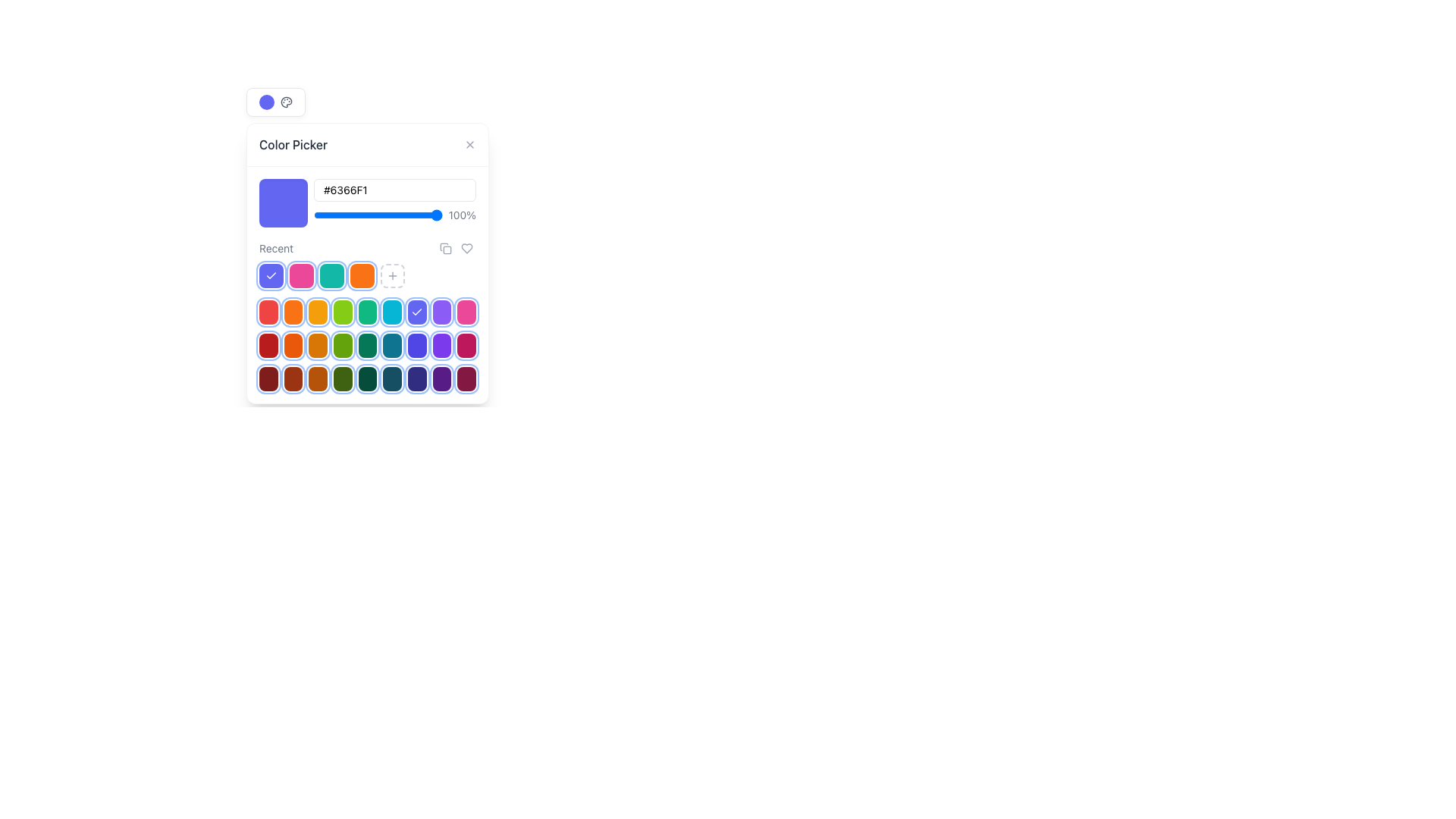 The height and width of the screenshot is (819, 1456). I want to click on the slider, so click(424, 215).